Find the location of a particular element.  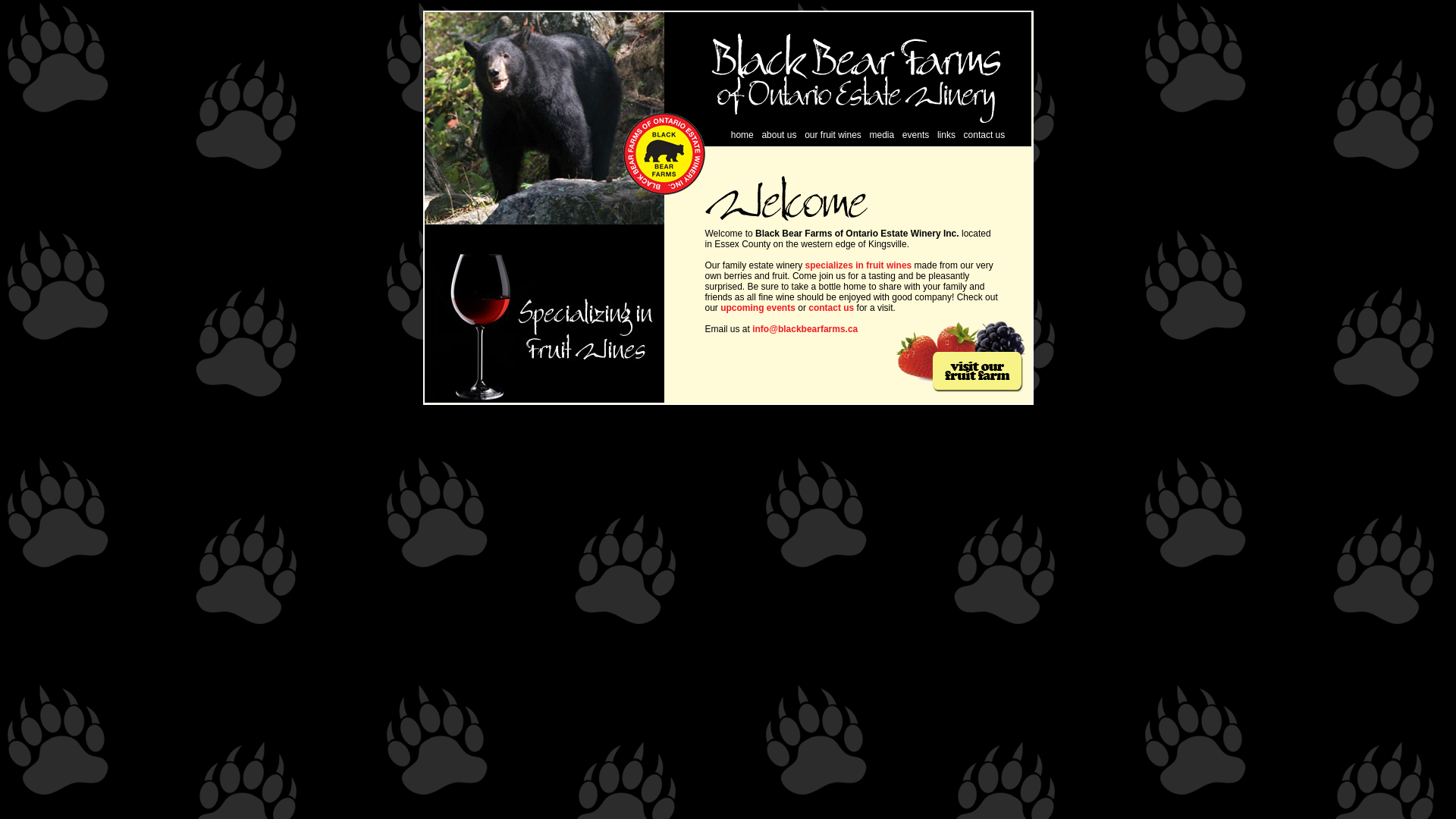

'contact us' is located at coordinates (830, 307).